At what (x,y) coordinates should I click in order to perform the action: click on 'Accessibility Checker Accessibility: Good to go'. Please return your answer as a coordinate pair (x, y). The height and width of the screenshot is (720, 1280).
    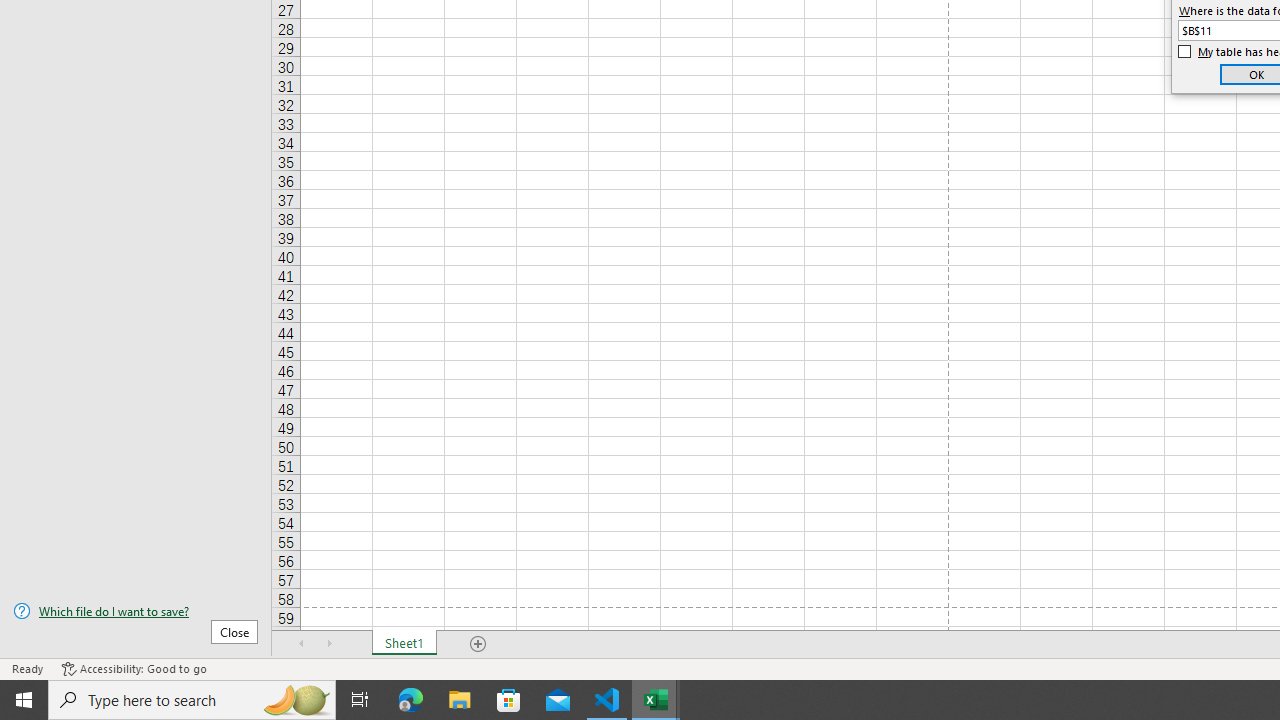
    Looking at the image, I should click on (133, 669).